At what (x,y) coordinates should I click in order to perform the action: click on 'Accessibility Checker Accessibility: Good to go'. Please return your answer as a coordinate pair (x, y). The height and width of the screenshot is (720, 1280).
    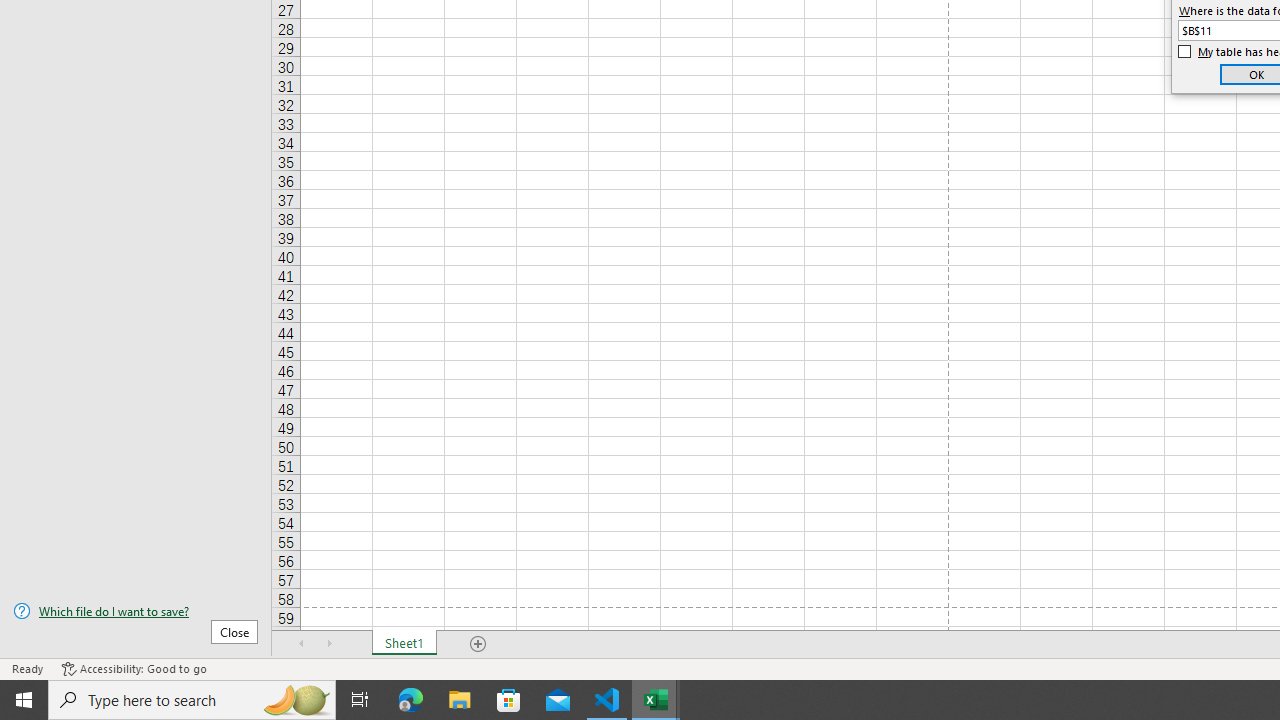
    Looking at the image, I should click on (133, 669).